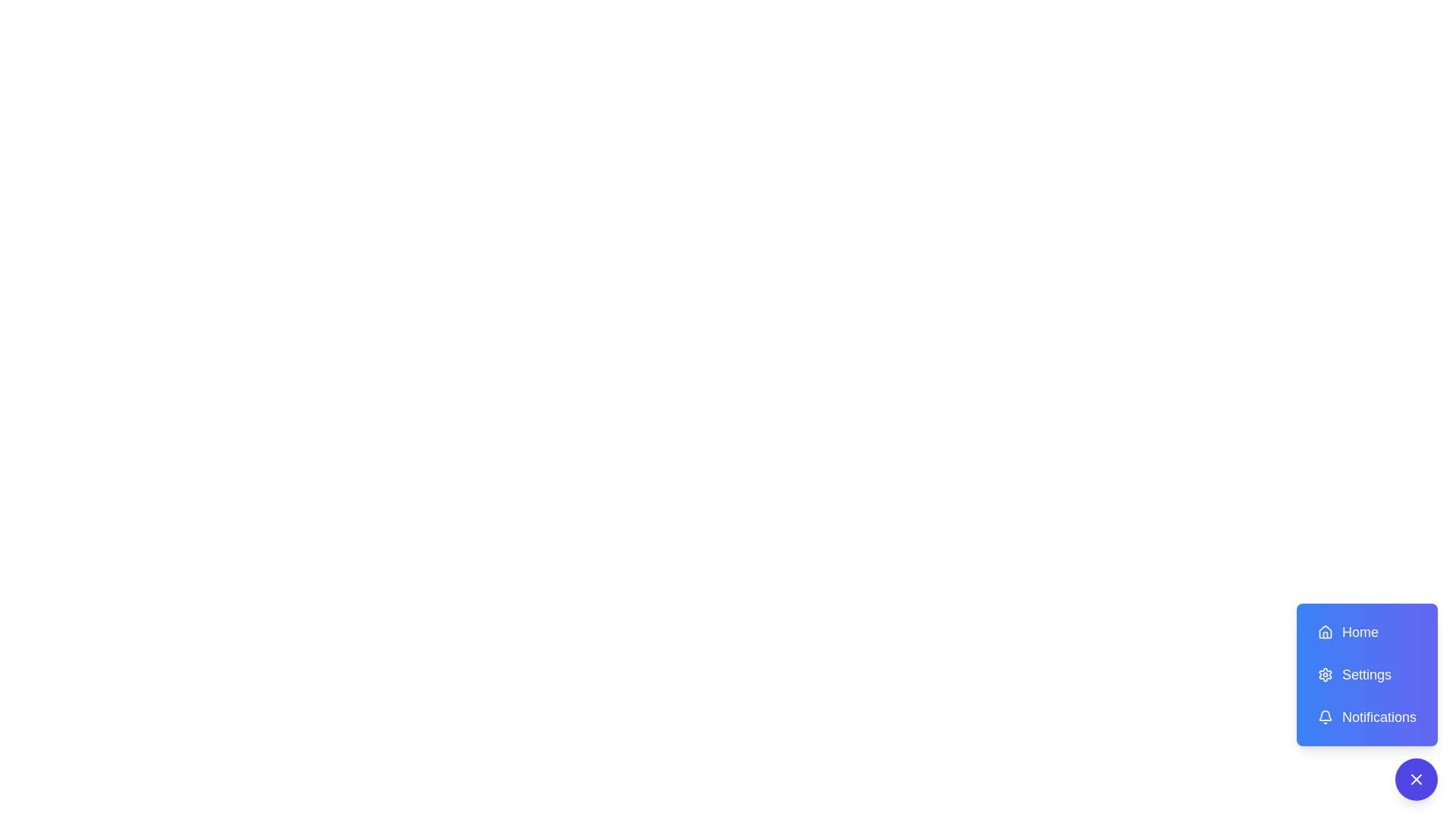 The width and height of the screenshot is (1456, 819). Describe the element at coordinates (1367, 632) in the screenshot. I see `the 'Home' button, which is a horizontal rectangular button with a gradient blue background, a white house icon, and the word 'Home' in white text, located in the bottom-right corner of the interface` at that location.